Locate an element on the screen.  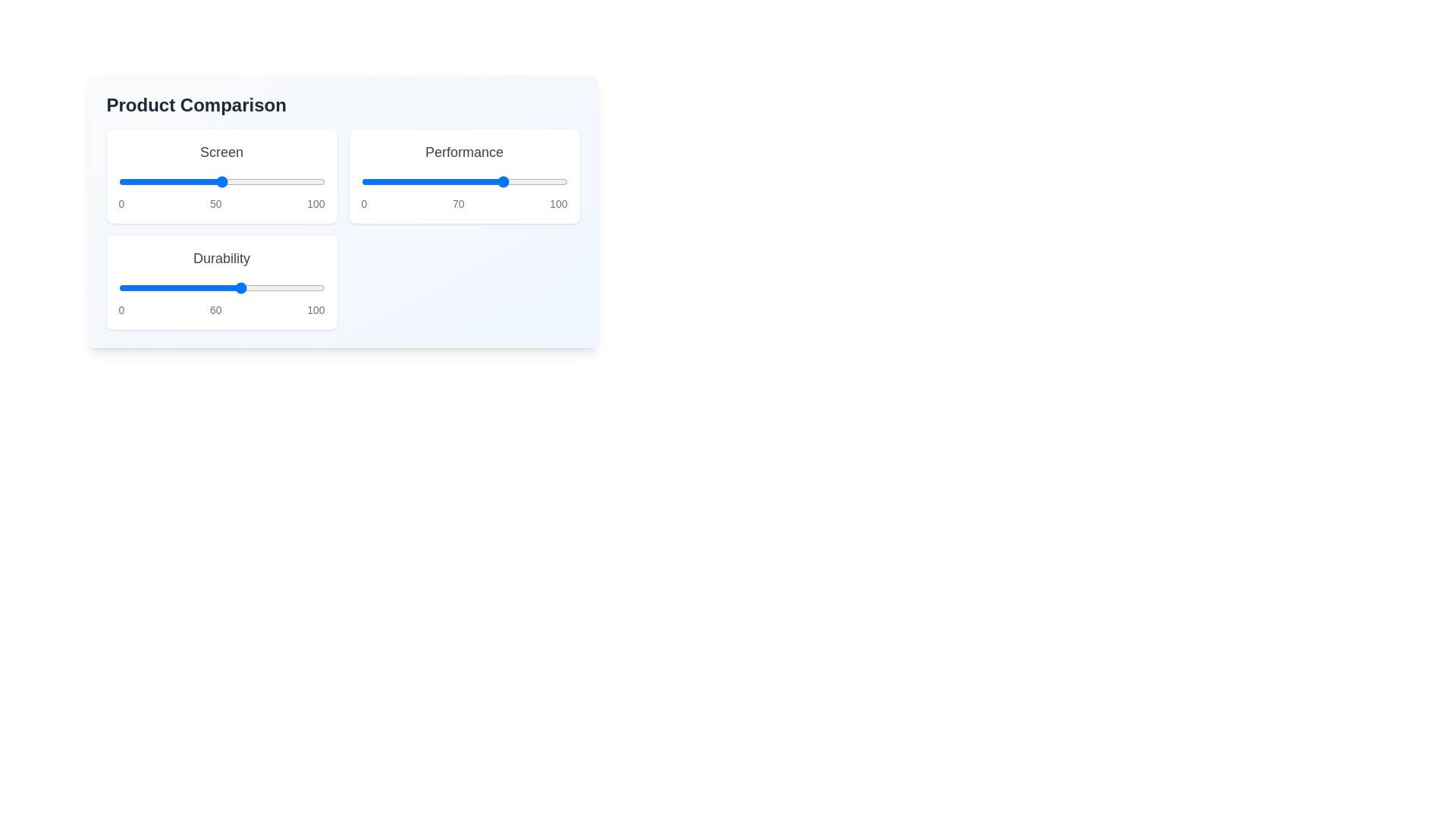
the 'Screen' slider to the value 13 is located at coordinates (145, 180).